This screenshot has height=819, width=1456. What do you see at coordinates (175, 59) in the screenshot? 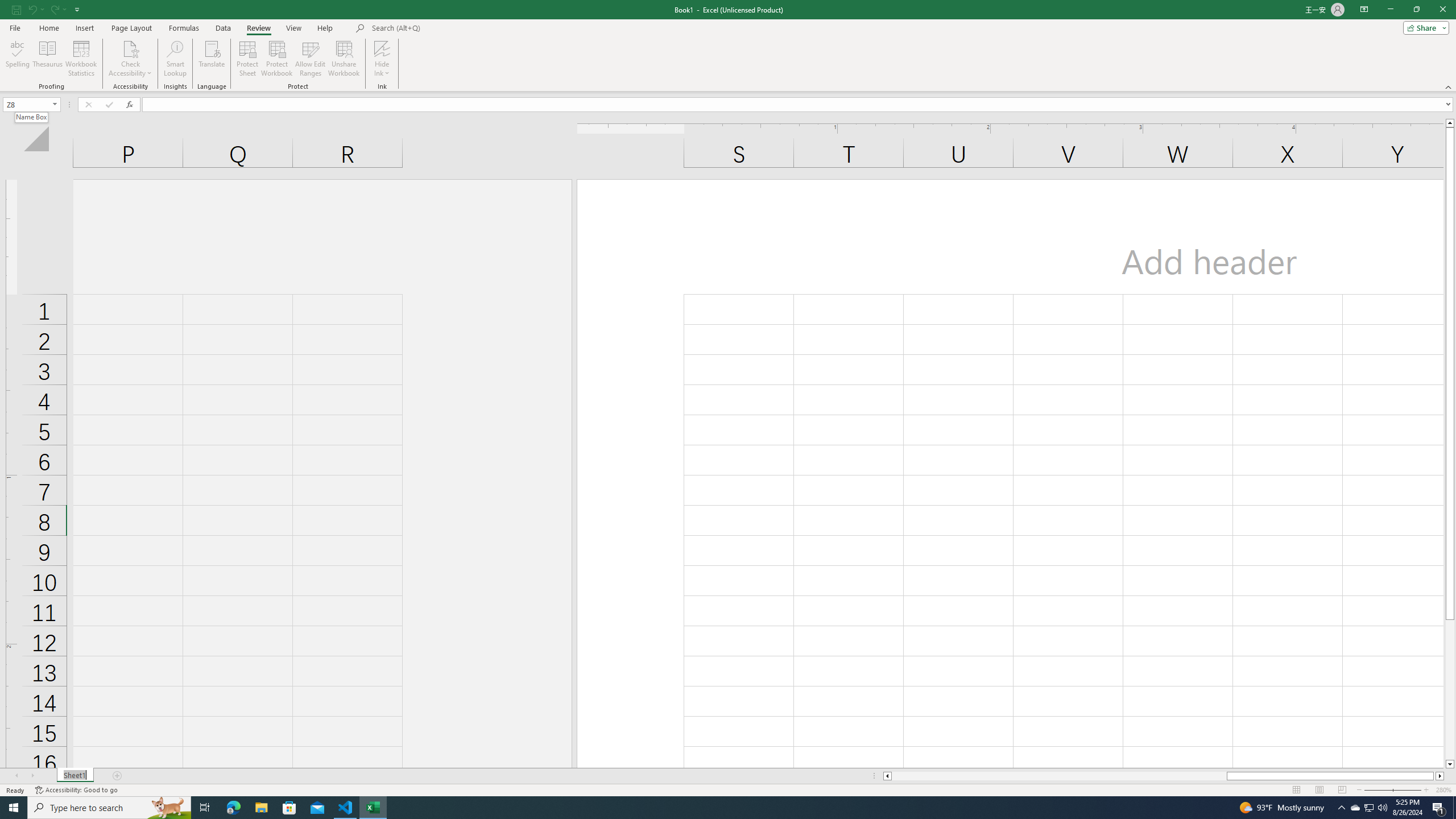
I see `'Smart Lookup'` at bounding box center [175, 59].